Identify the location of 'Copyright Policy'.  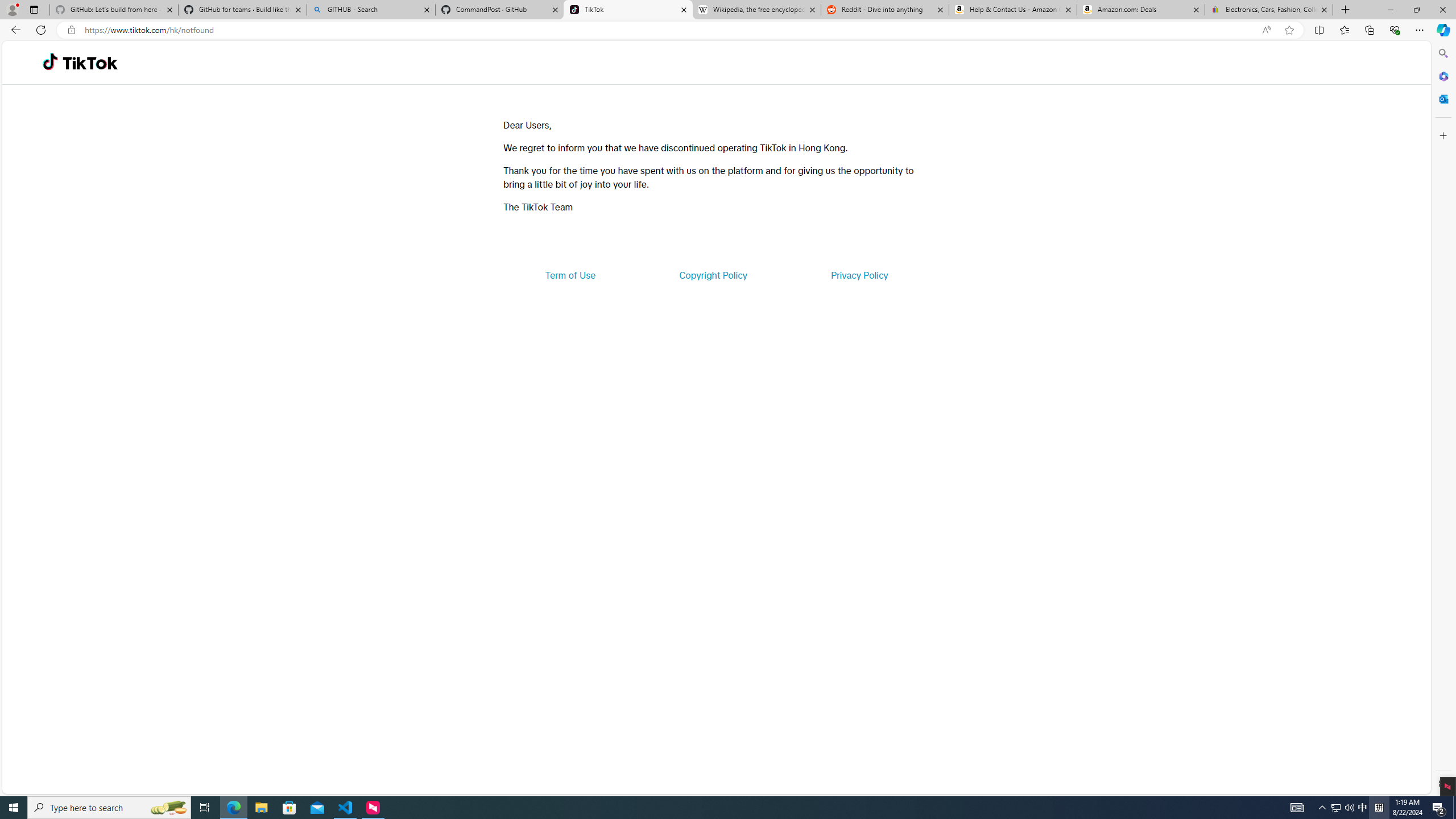
(712, 274).